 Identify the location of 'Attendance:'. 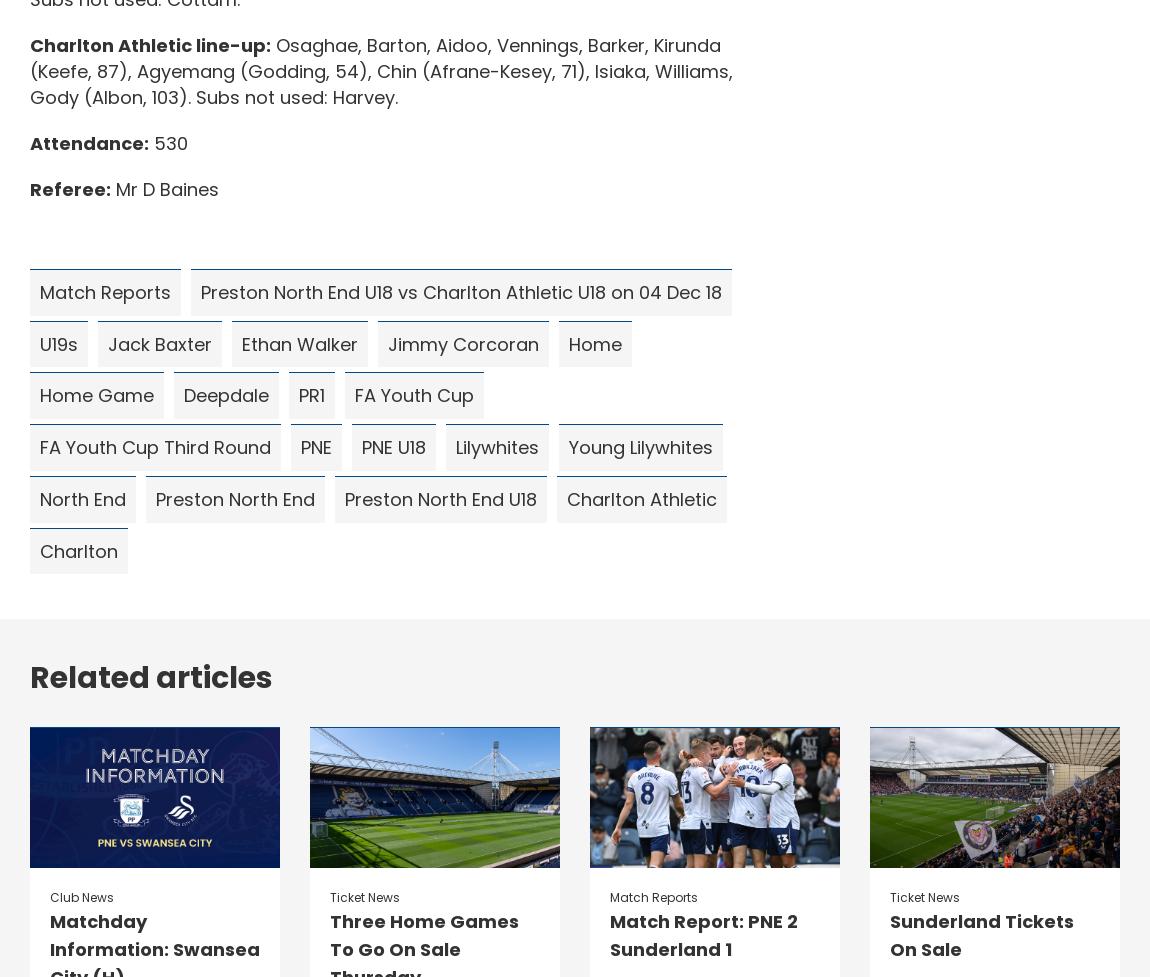
(88, 143).